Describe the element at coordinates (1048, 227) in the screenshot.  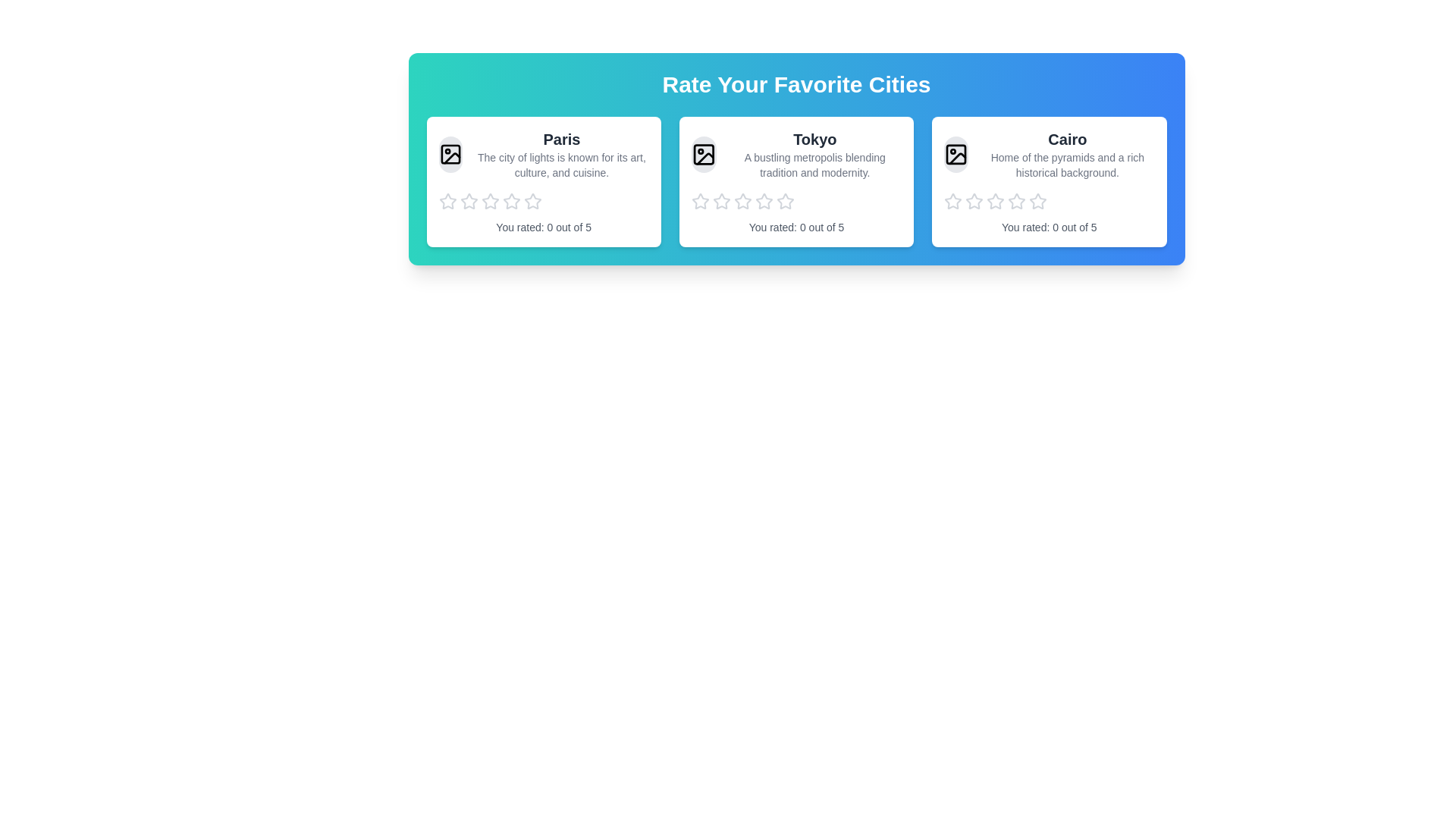
I see `properties of the static text element displaying the user's current rating for the city 'Cairo', located beneath the star rating in the rightmost column of the card` at that location.